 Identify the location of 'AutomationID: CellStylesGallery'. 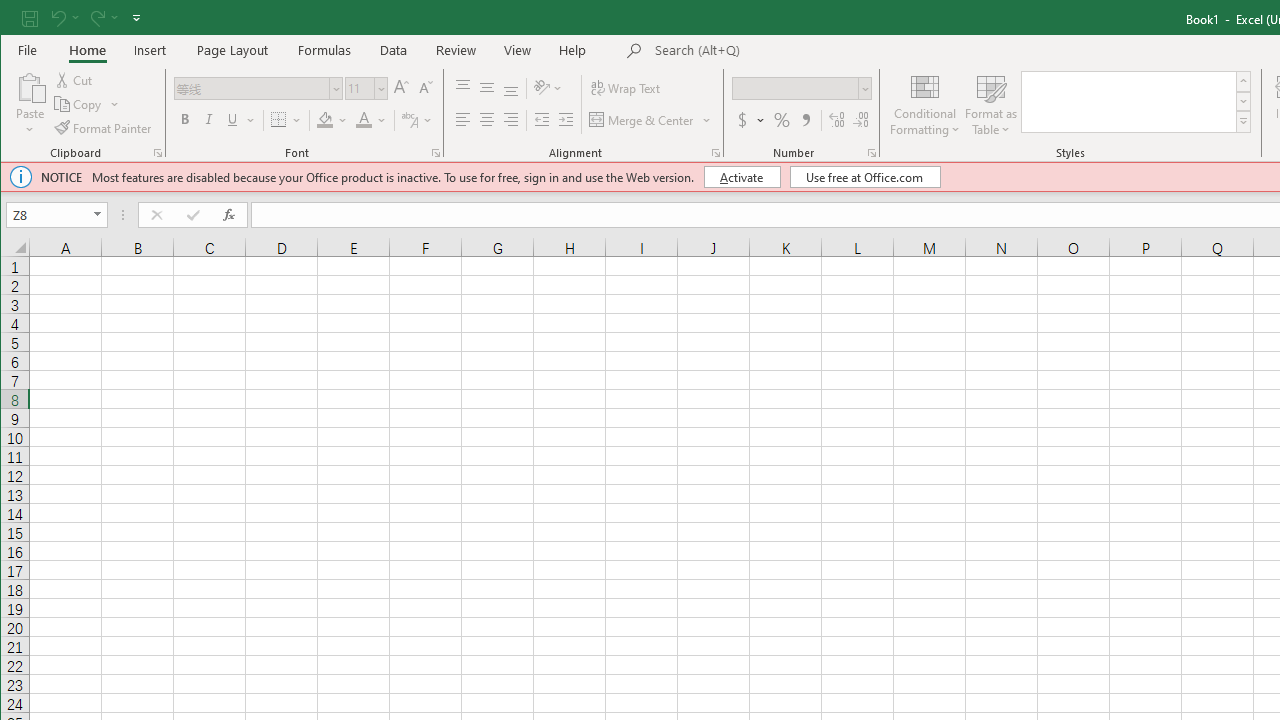
(1137, 102).